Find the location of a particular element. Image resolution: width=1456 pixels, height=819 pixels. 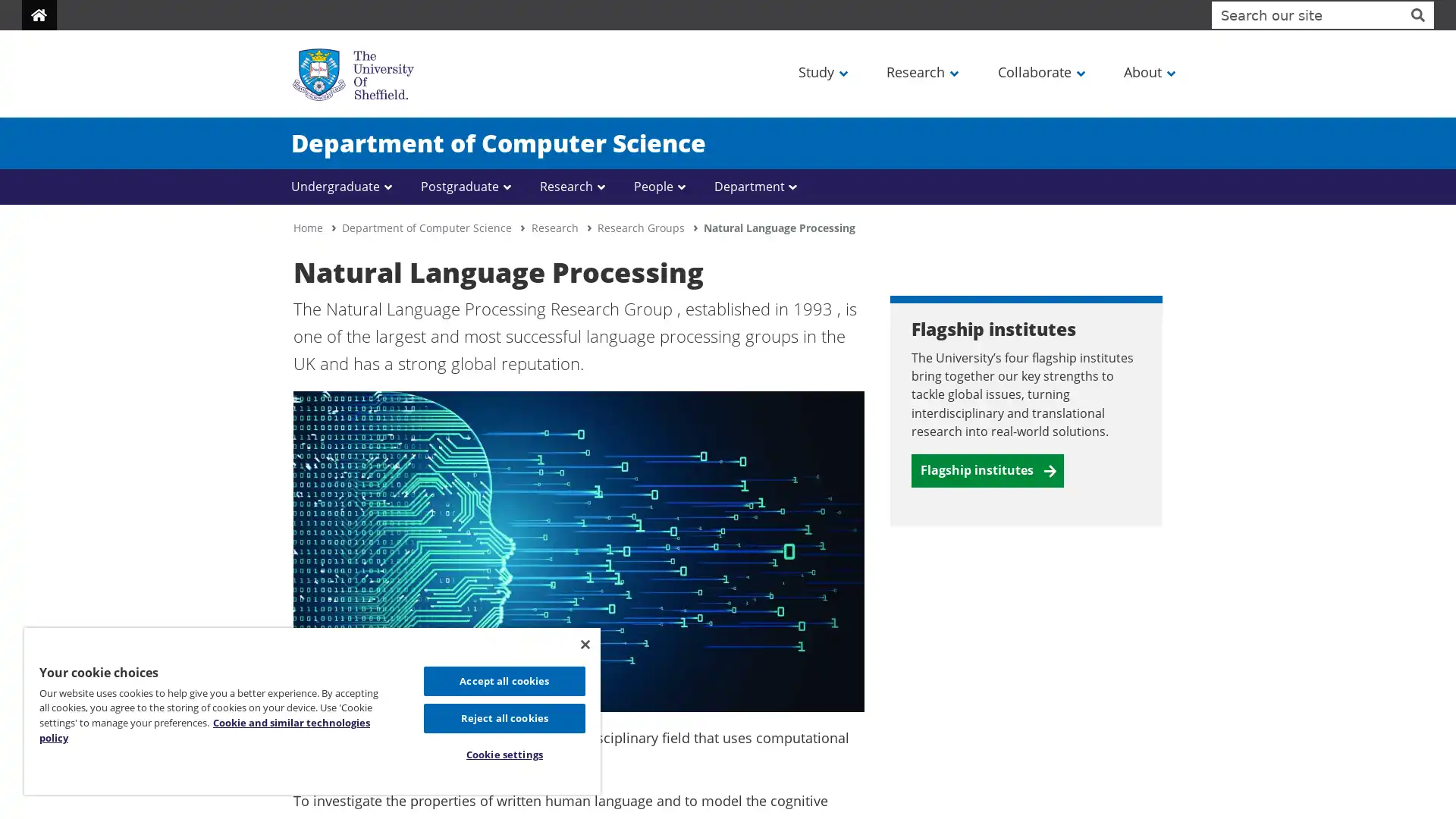

Study is located at coordinates (821, 71).